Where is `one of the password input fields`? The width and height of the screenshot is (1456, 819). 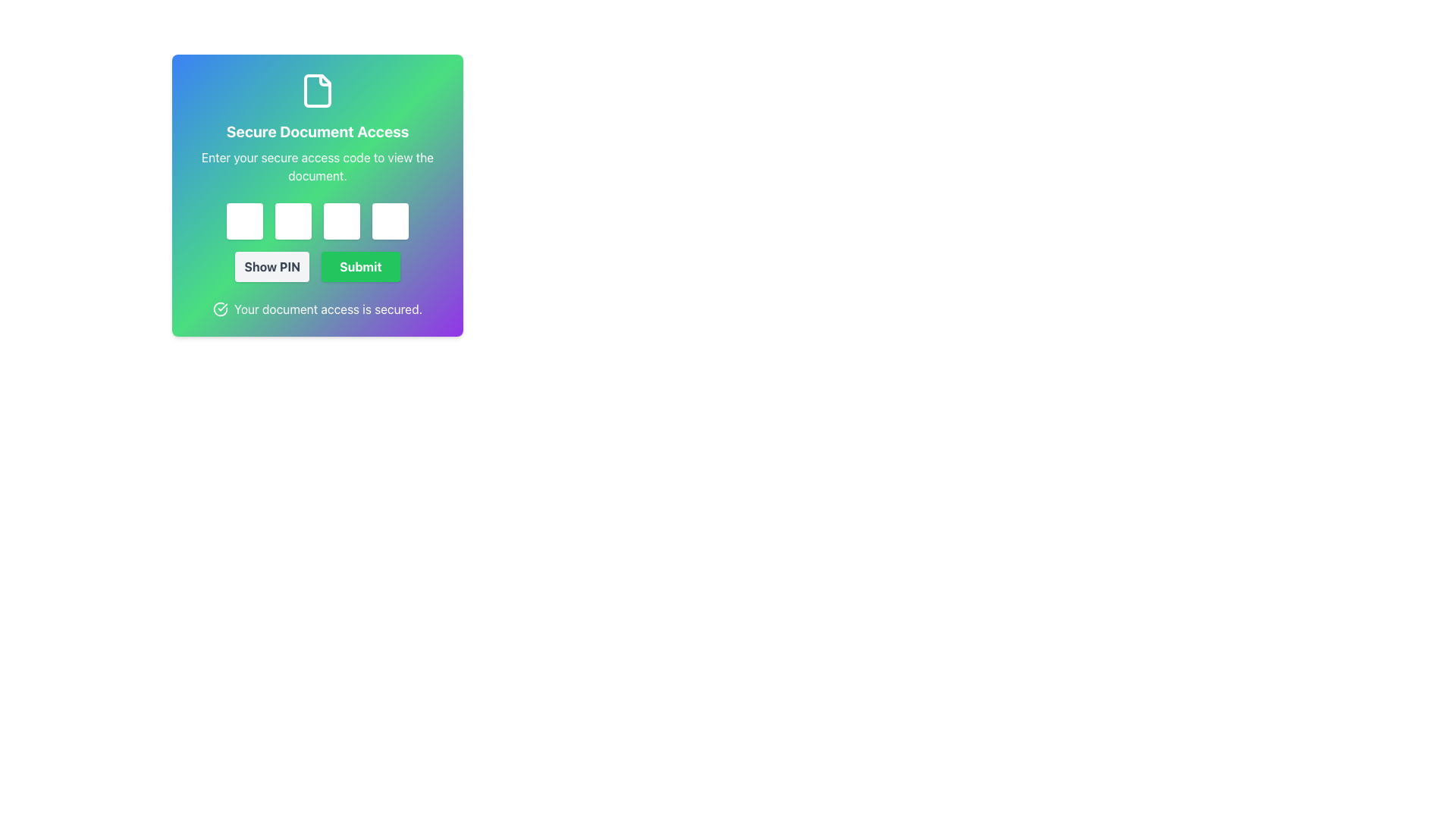
one of the password input fields is located at coordinates (316, 221).